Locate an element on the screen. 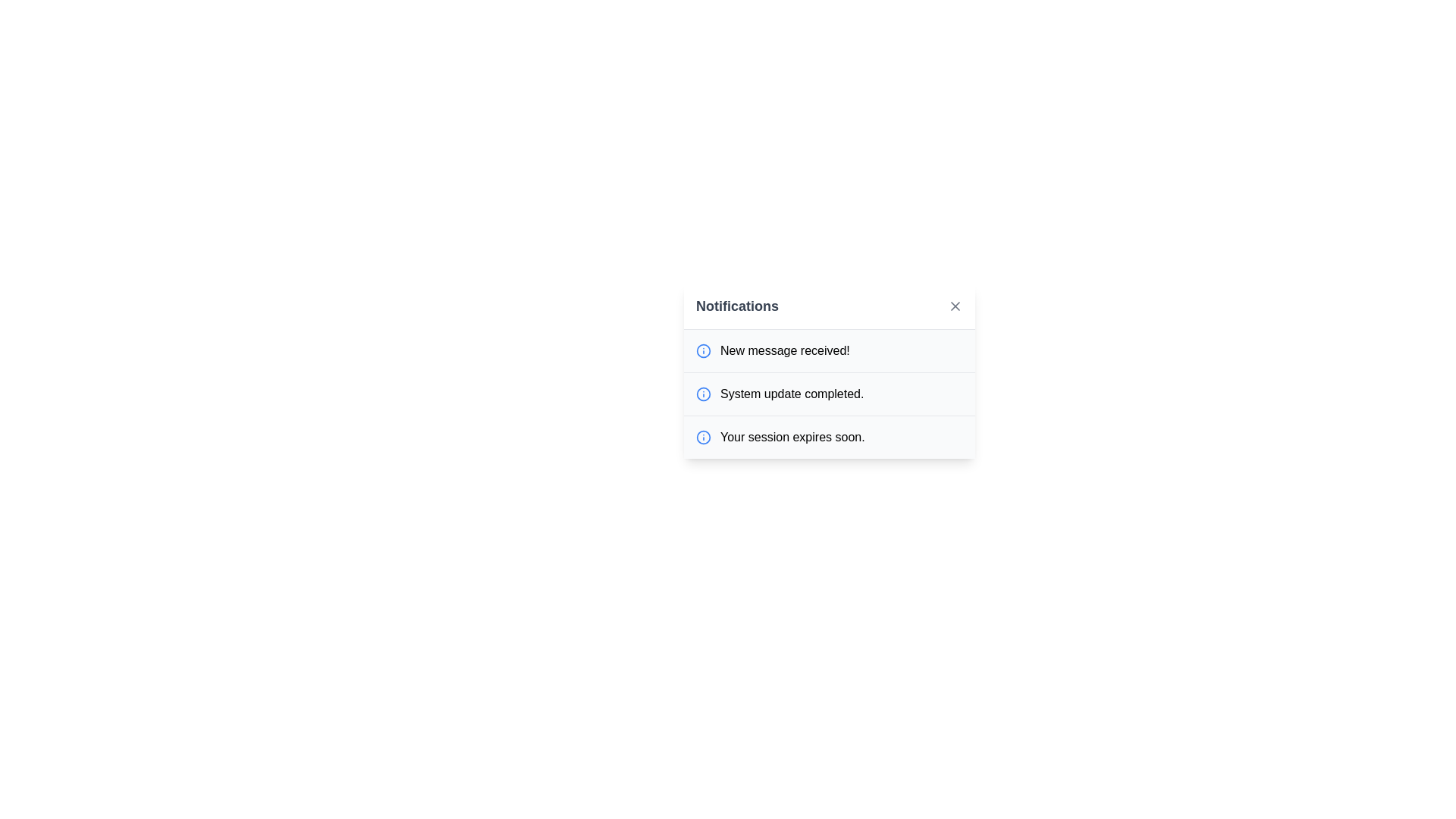 Image resolution: width=1456 pixels, height=819 pixels. the information icon located to the left of the text 'New message received!' in the notifications widget to interact with it is located at coordinates (702, 350).